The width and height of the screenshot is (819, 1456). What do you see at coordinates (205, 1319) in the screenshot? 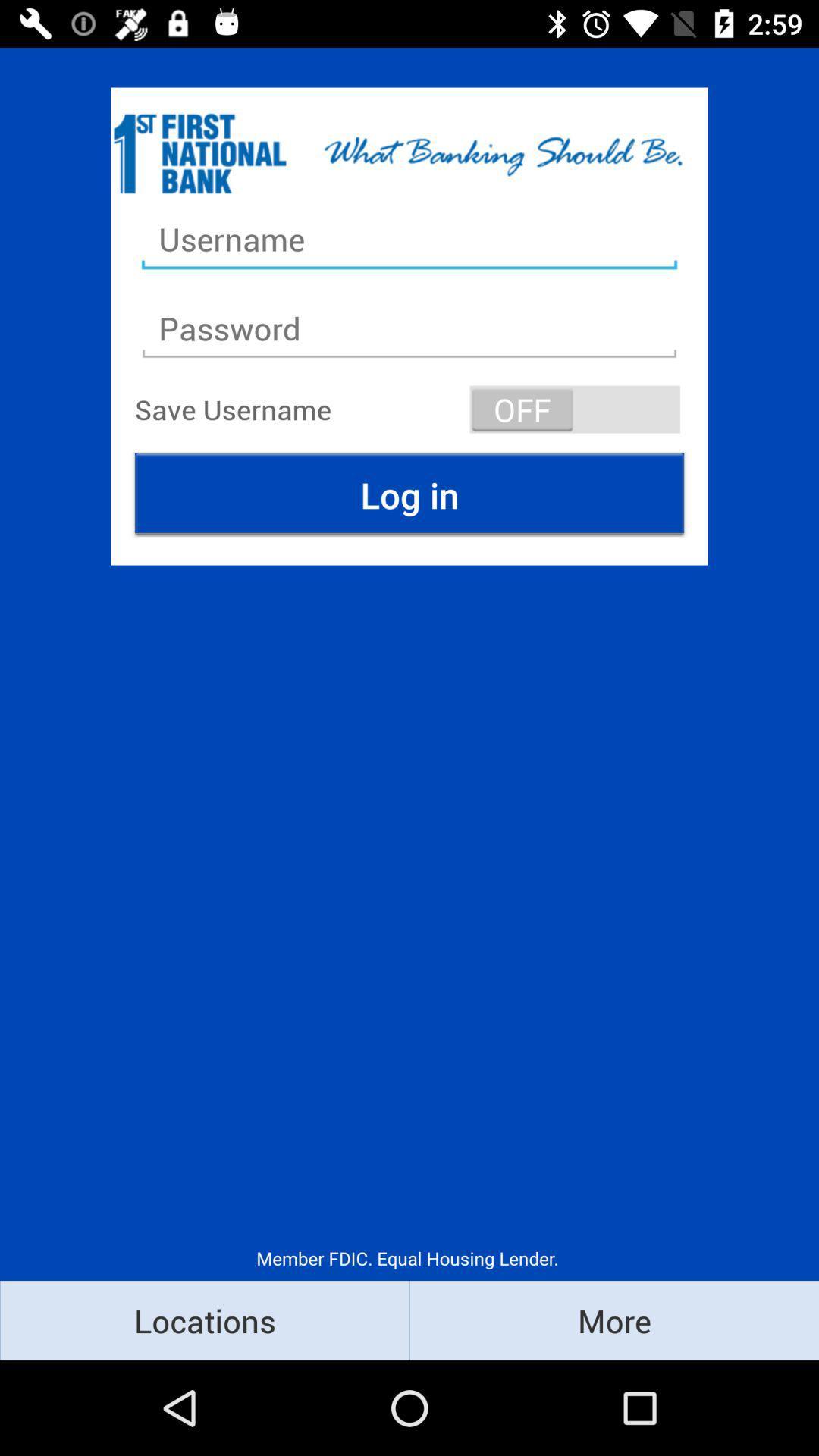
I see `locations icon` at bounding box center [205, 1319].